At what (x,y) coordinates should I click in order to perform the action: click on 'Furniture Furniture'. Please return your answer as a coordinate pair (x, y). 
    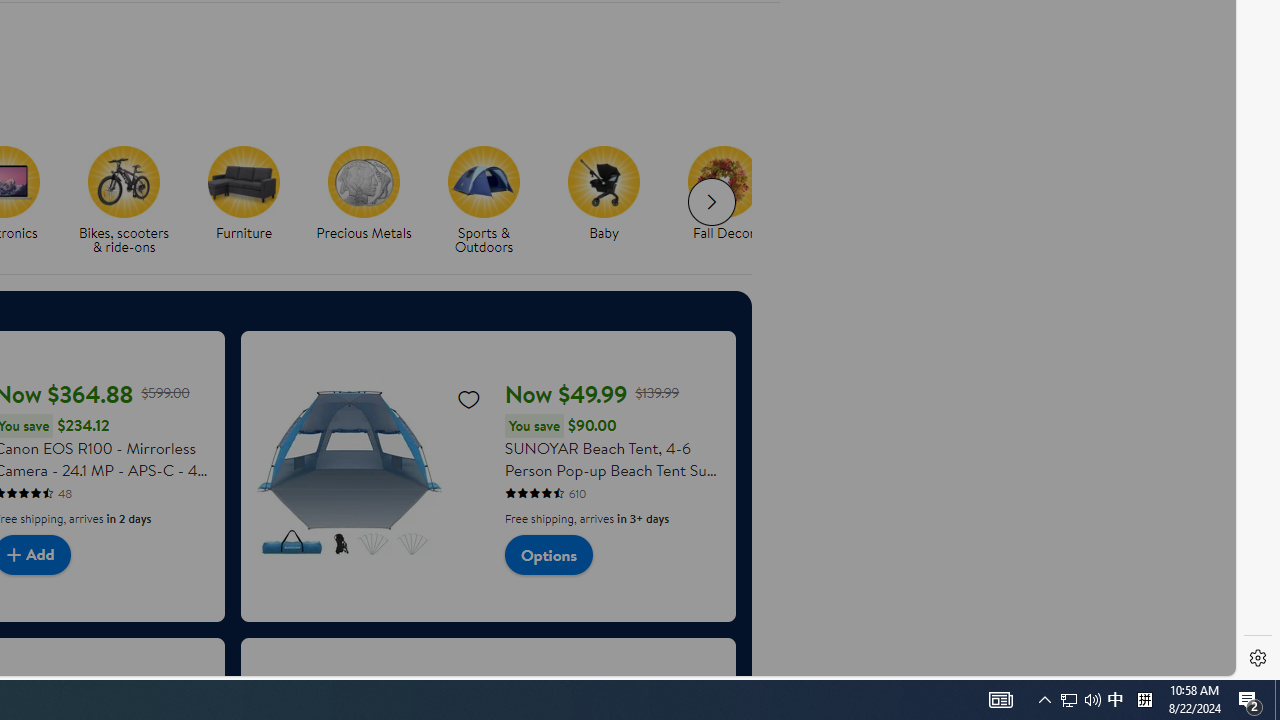
    Looking at the image, I should click on (242, 194).